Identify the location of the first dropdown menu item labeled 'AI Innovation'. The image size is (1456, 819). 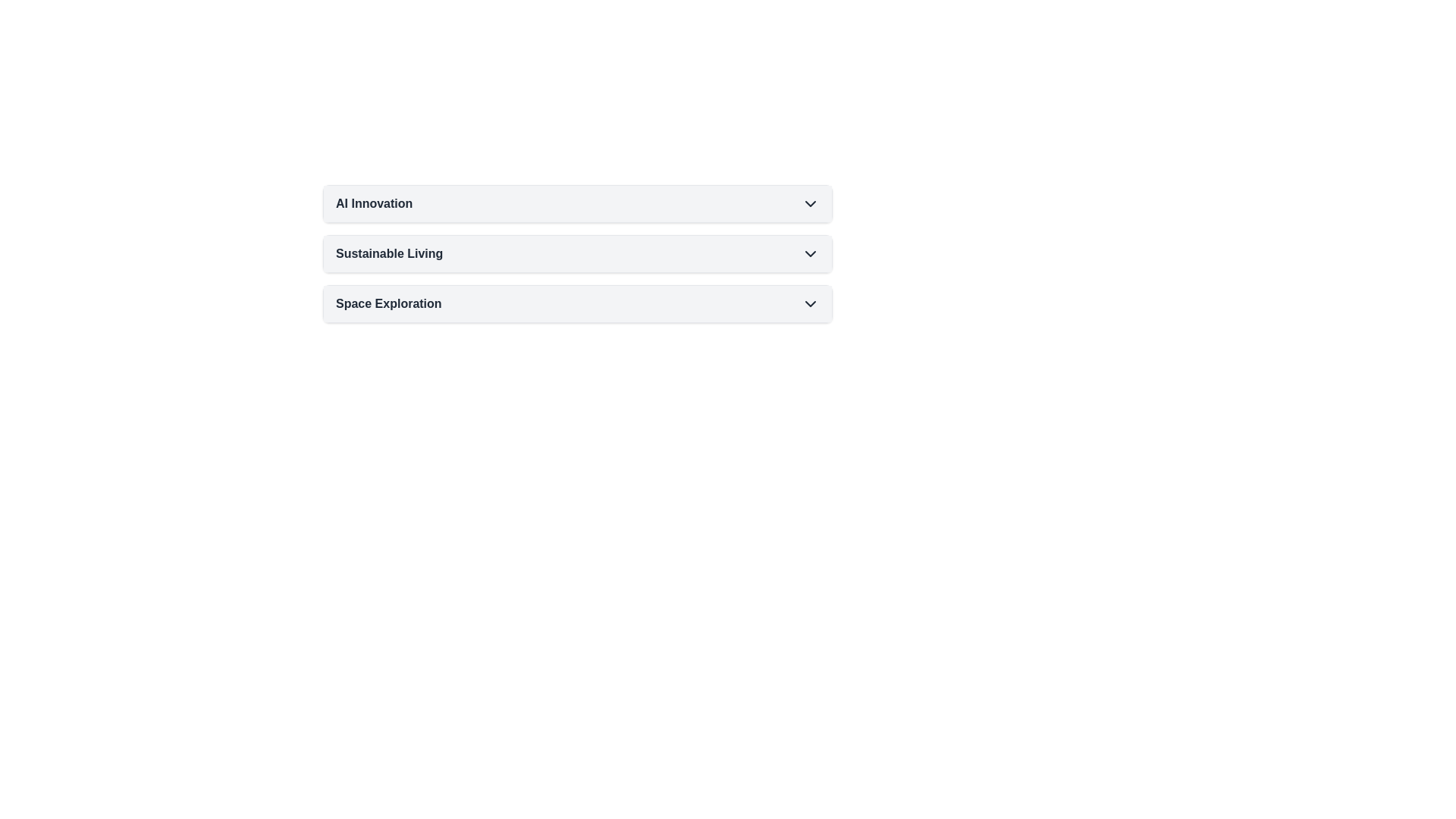
(577, 203).